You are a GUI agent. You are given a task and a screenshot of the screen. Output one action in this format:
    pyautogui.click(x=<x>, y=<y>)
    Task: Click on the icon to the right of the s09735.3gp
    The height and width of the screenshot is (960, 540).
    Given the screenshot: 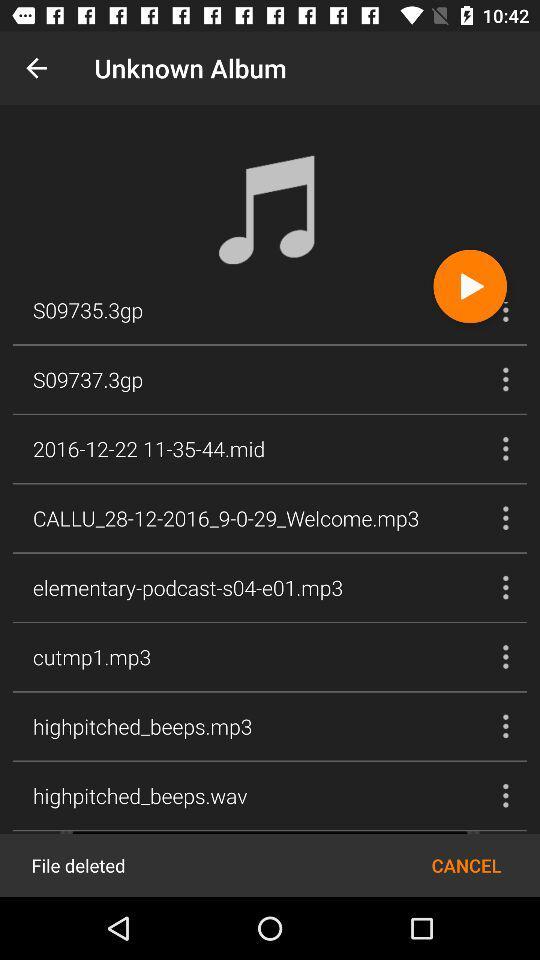 What is the action you would take?
    pyautogui.click(x=470, y=285)
    